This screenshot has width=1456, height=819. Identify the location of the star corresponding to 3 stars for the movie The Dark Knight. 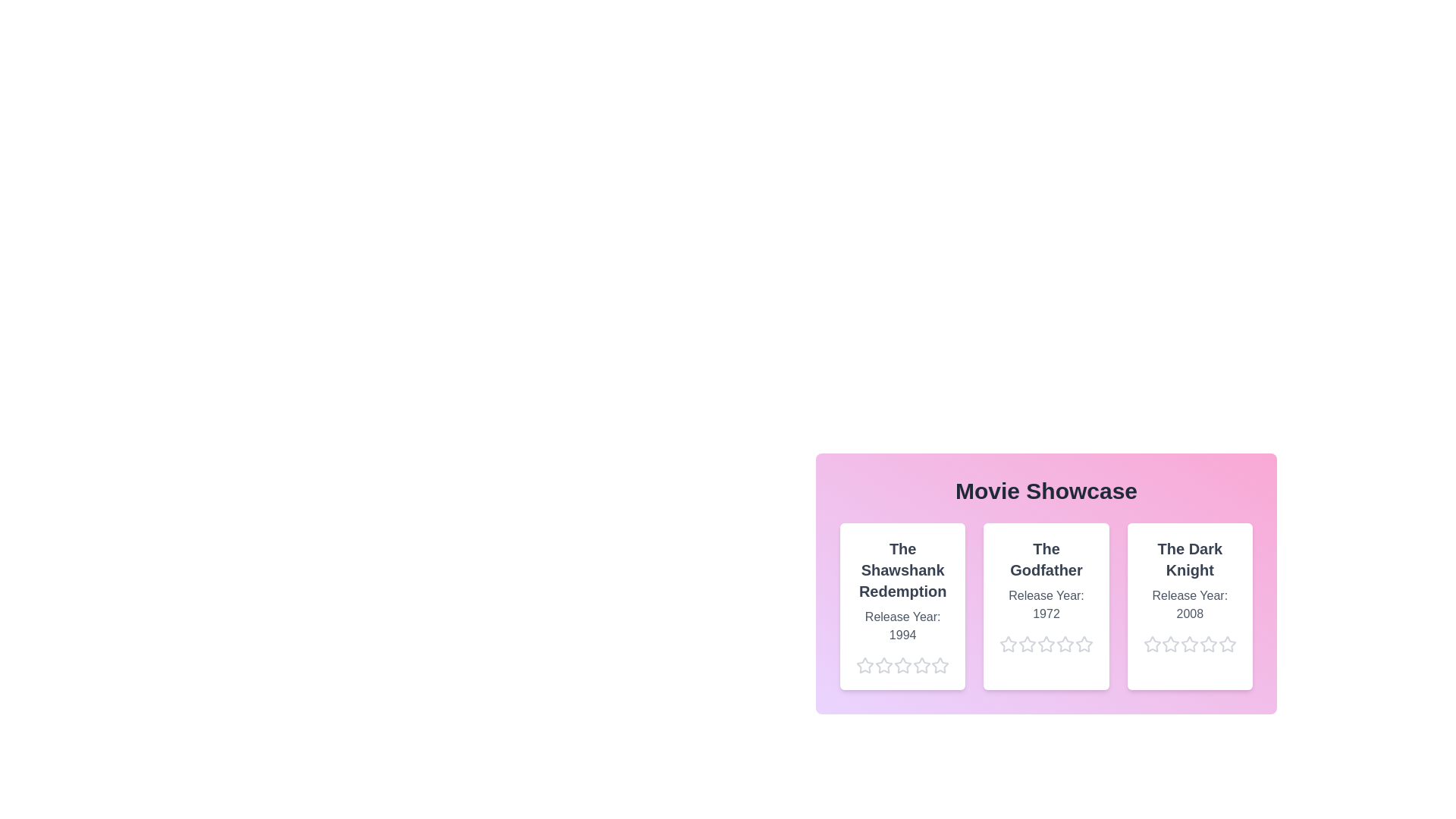
(1180, 644).